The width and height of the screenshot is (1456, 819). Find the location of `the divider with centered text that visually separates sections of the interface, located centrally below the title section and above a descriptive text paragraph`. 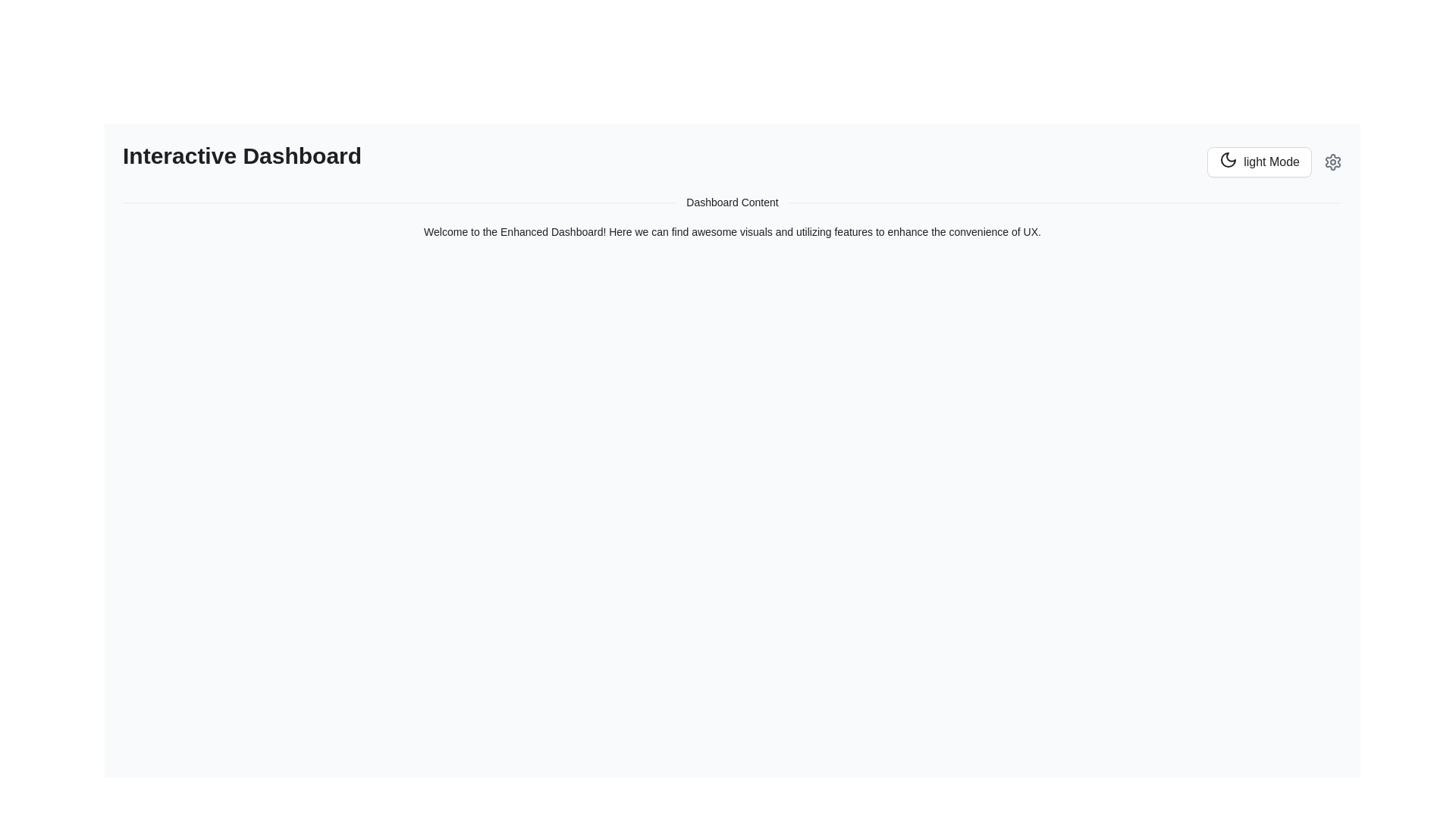

the divider with centered text that visually separates sections of the interface, located centrally below the title section and above a descriptive text paragraph is located at coordinates (732, 201).